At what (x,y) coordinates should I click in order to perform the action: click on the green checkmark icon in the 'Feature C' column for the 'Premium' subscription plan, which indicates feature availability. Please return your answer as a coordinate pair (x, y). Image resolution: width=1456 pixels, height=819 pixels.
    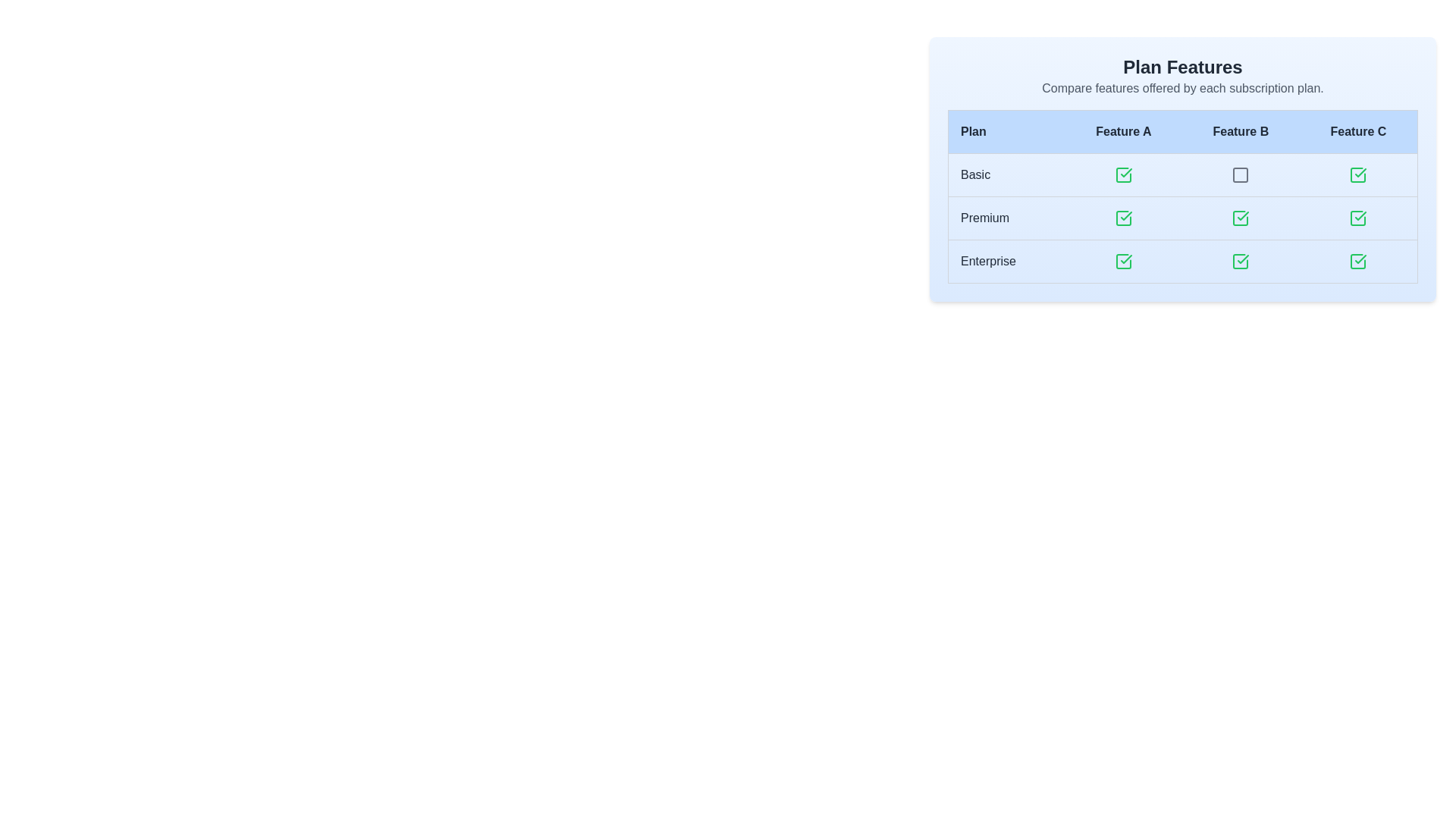
    Looking at the image, I should click on (1360, 216).